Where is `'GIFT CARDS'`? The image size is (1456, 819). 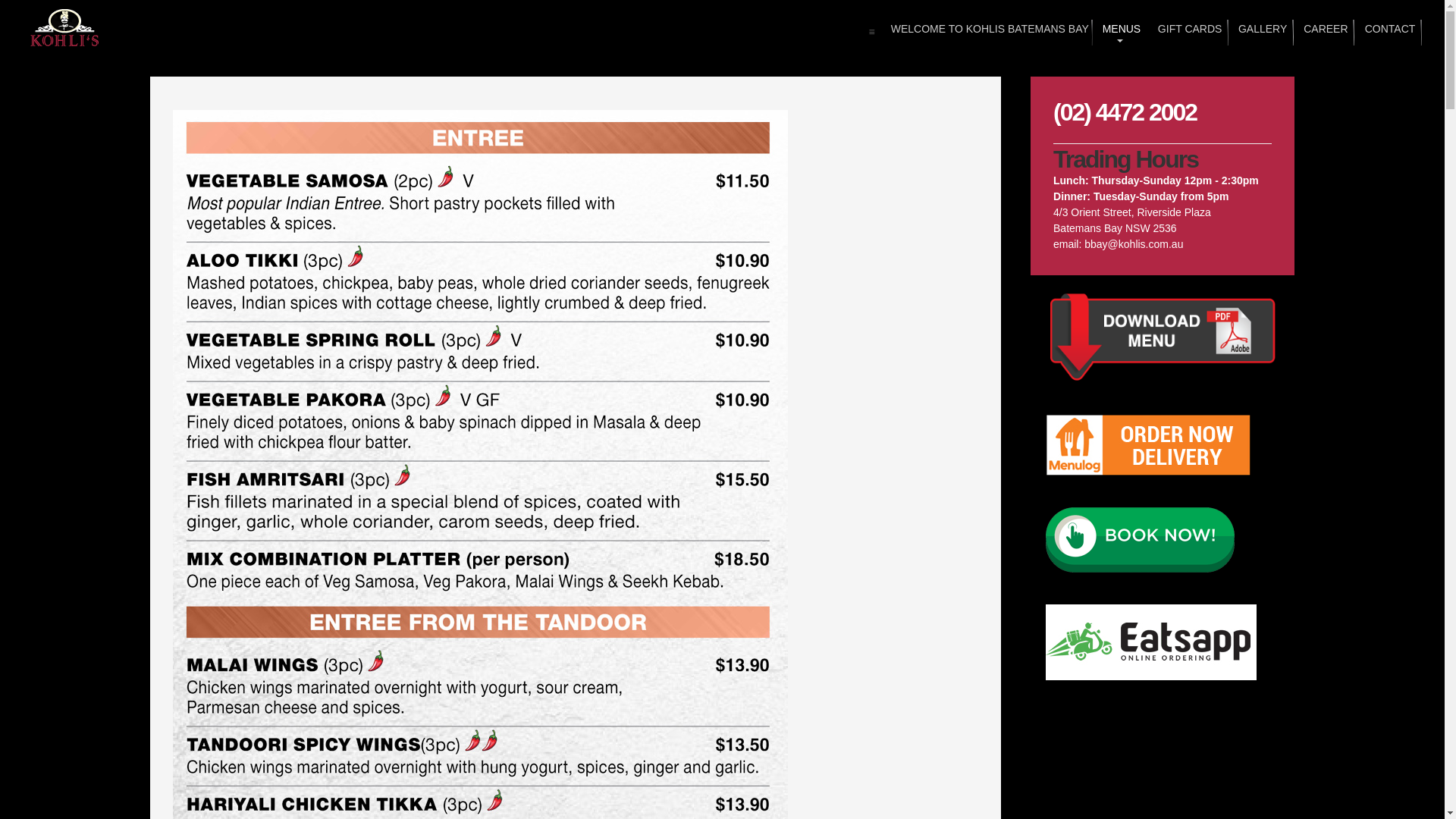 'GIFT CARDS' is located at coordinates (1187, 32).